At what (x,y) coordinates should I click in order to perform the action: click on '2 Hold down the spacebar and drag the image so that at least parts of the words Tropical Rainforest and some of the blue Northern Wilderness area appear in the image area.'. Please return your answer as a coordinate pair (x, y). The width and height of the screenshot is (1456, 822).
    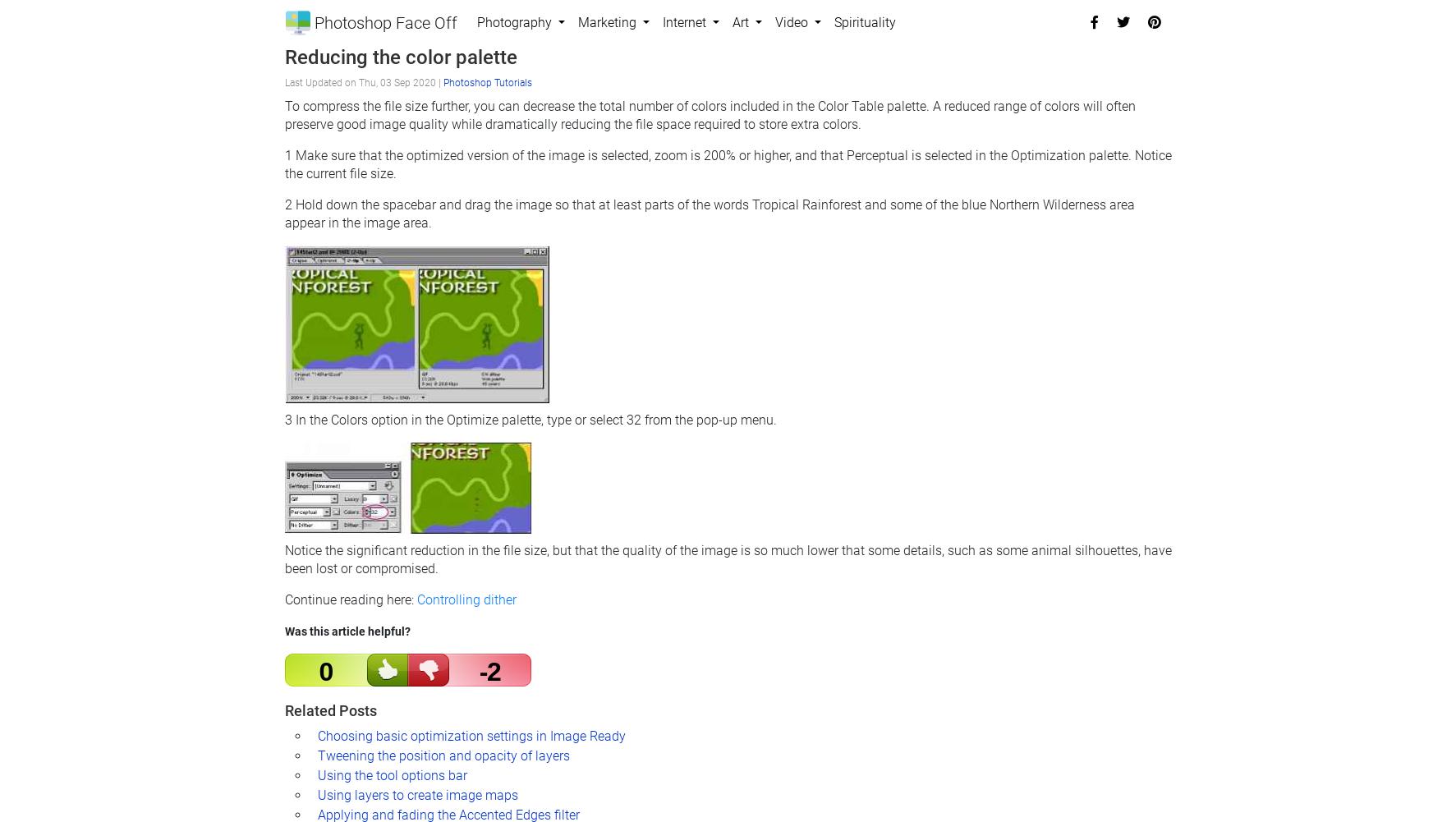
    Looking at the image, I should click on (283, 212).